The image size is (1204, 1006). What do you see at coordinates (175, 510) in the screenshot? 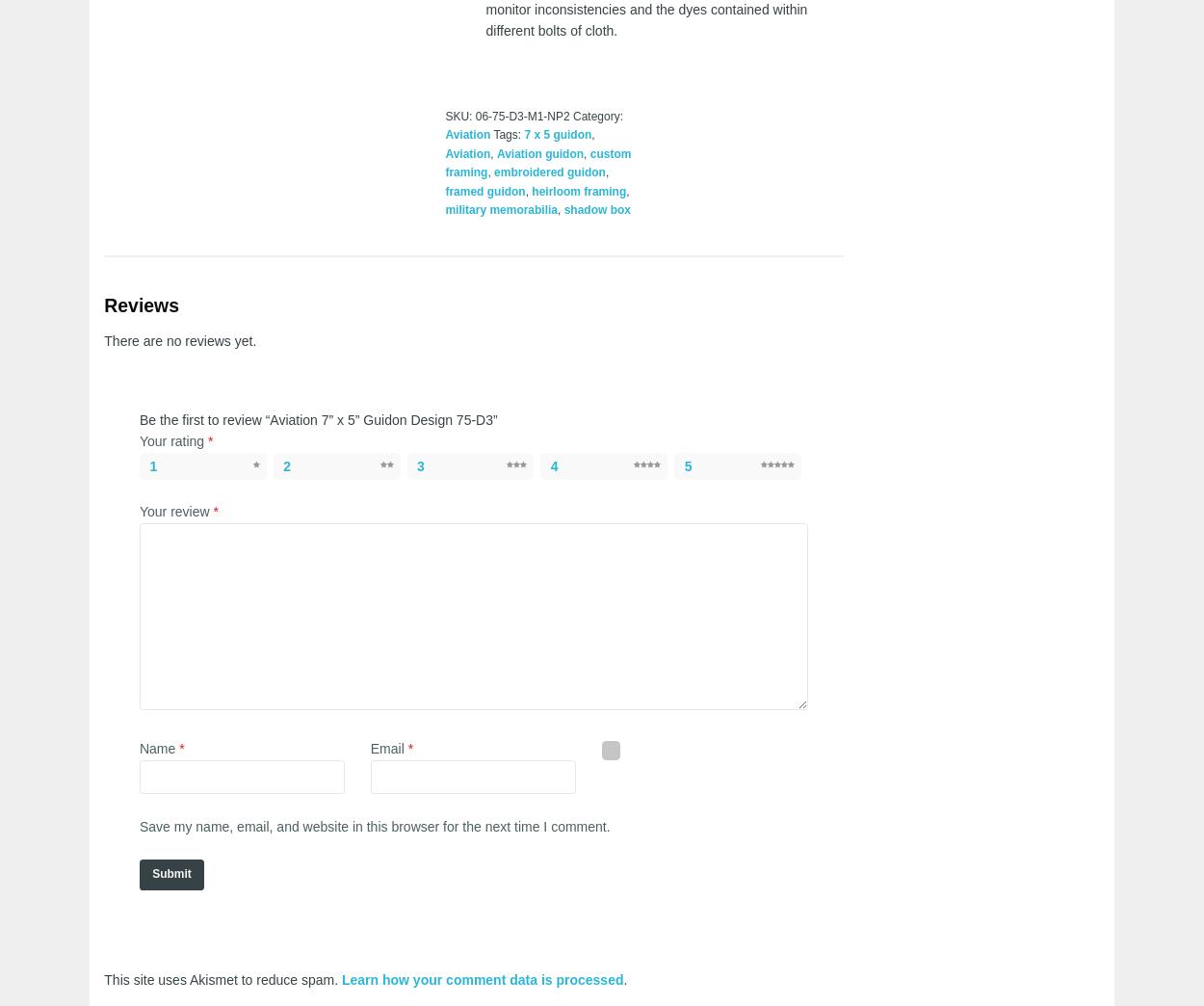
I see `'Your review'` at bounding box center [175, 510].